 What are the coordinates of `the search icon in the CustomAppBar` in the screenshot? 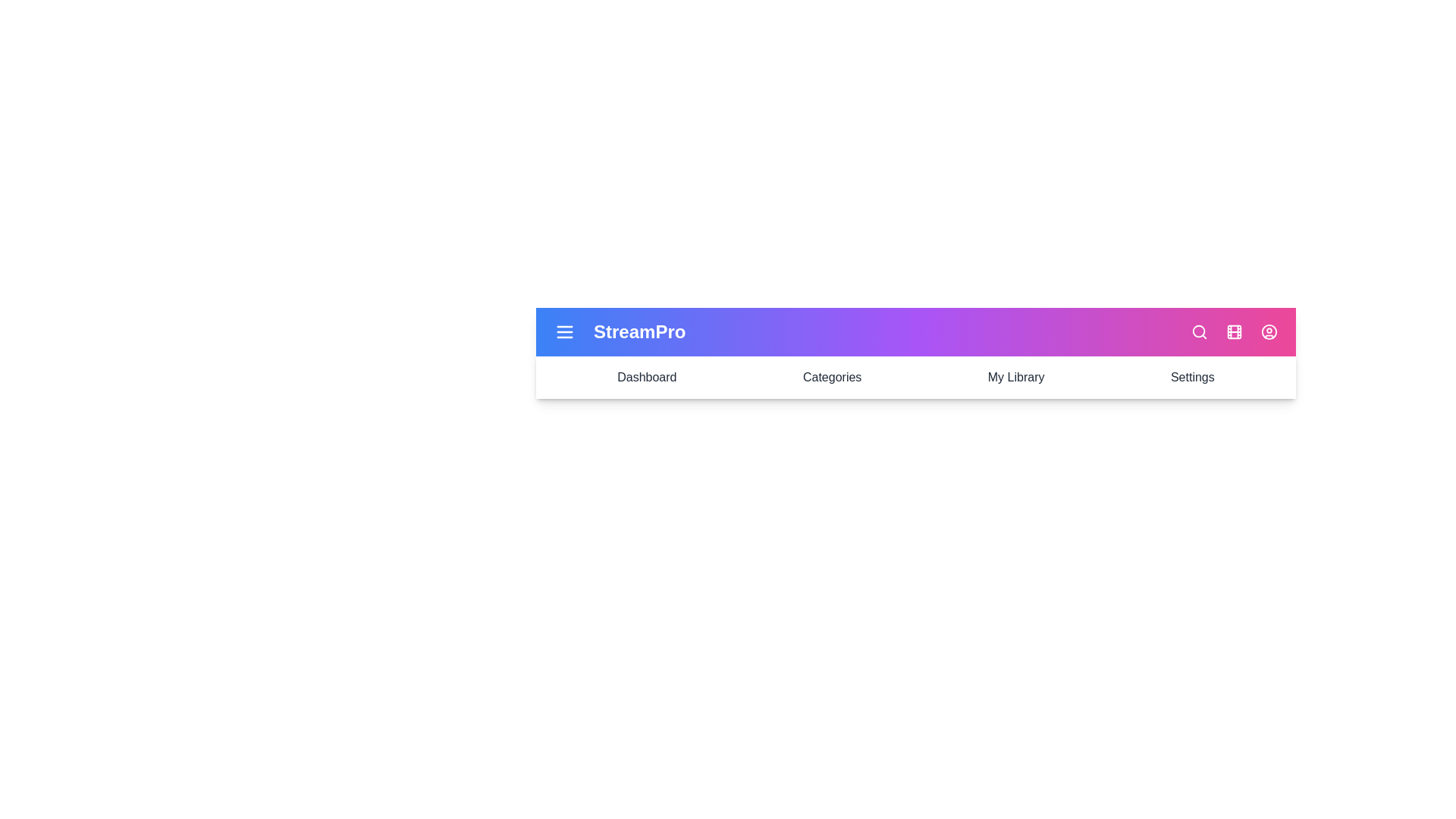 It's located at (1199, 331).